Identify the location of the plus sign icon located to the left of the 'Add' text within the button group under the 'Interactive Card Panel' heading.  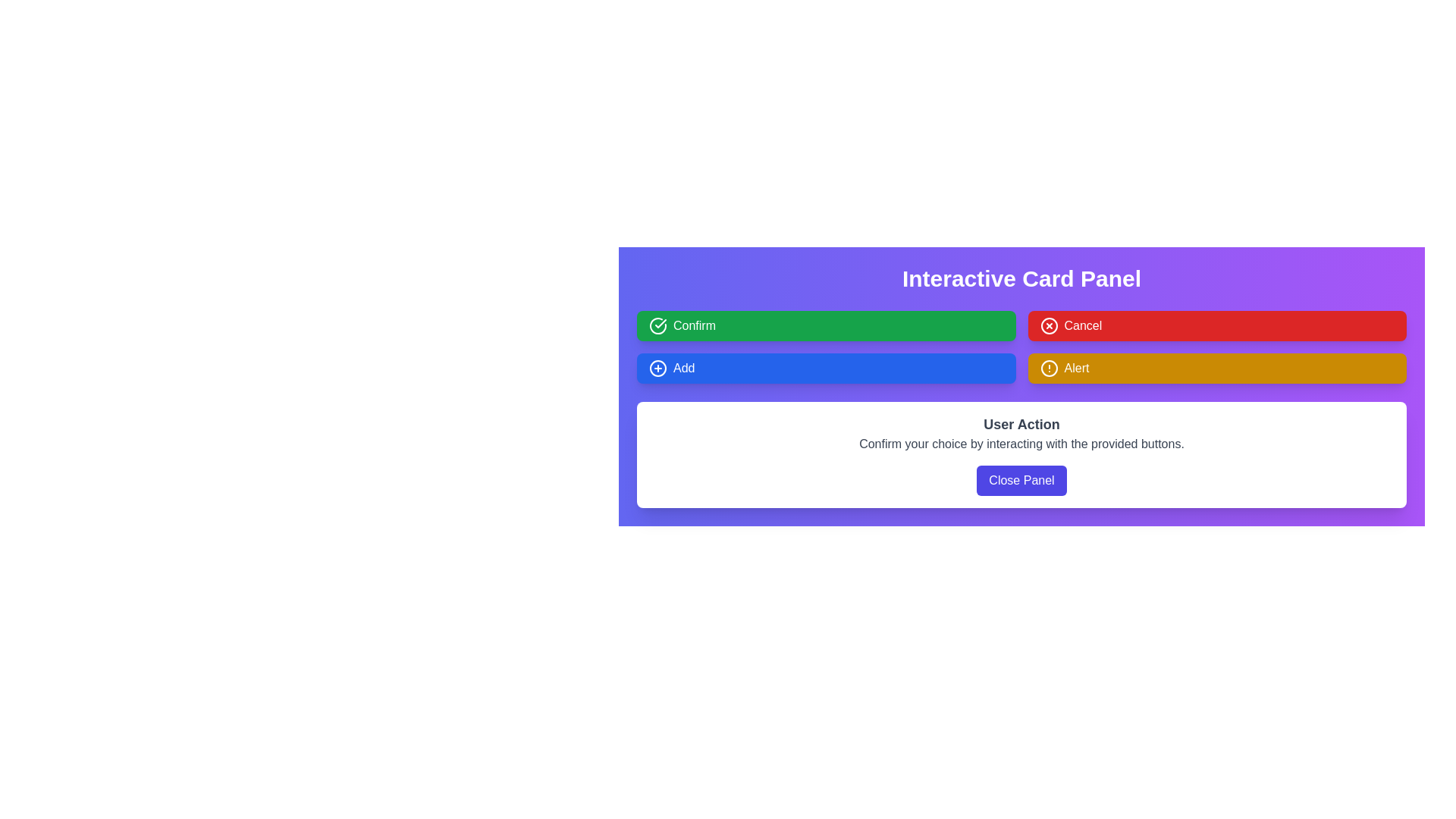
(658, 369).